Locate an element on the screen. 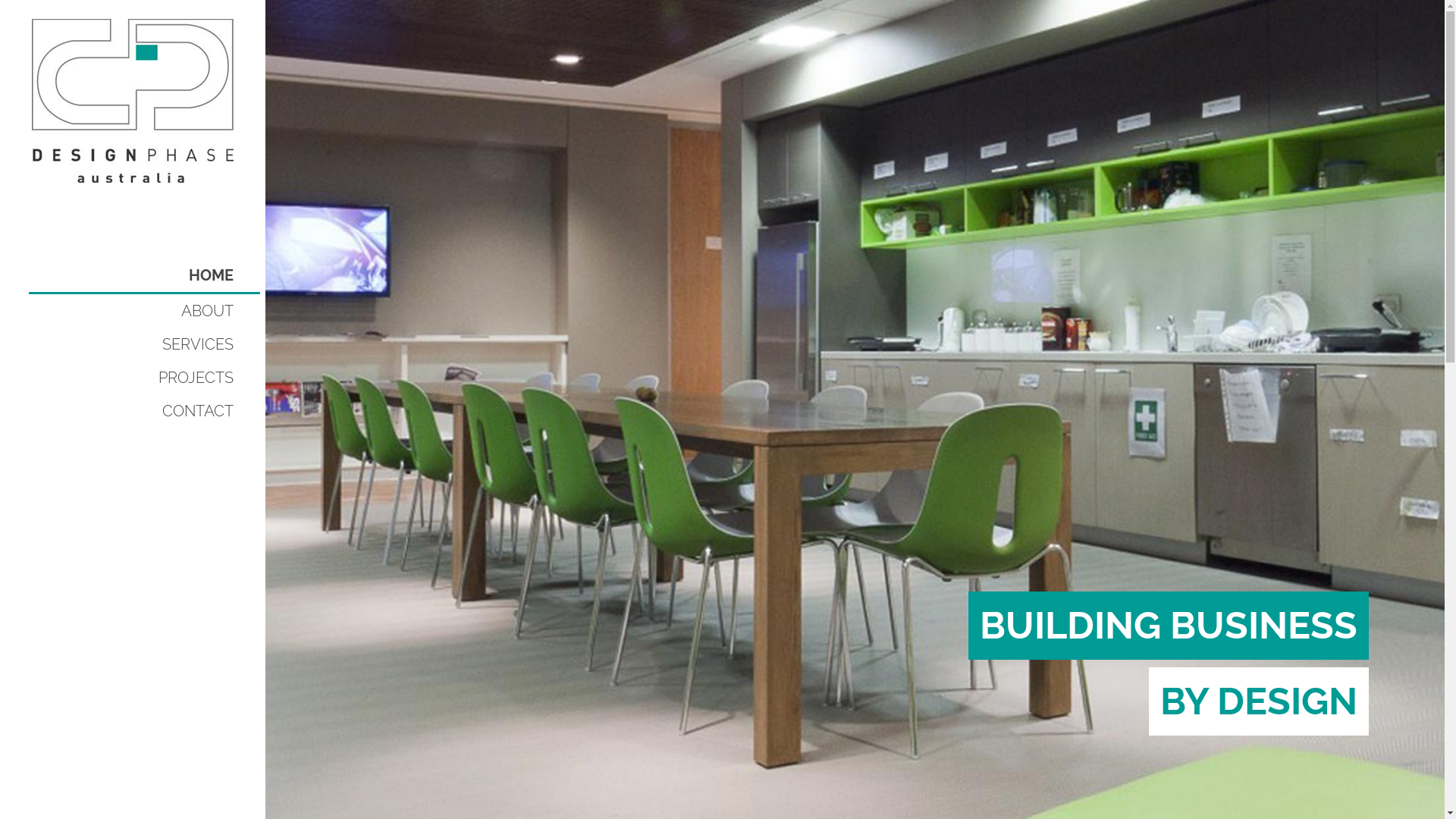 The width and height of the screenshot is (1456, 819). 'HOME' is located at coordinates (144, 276).